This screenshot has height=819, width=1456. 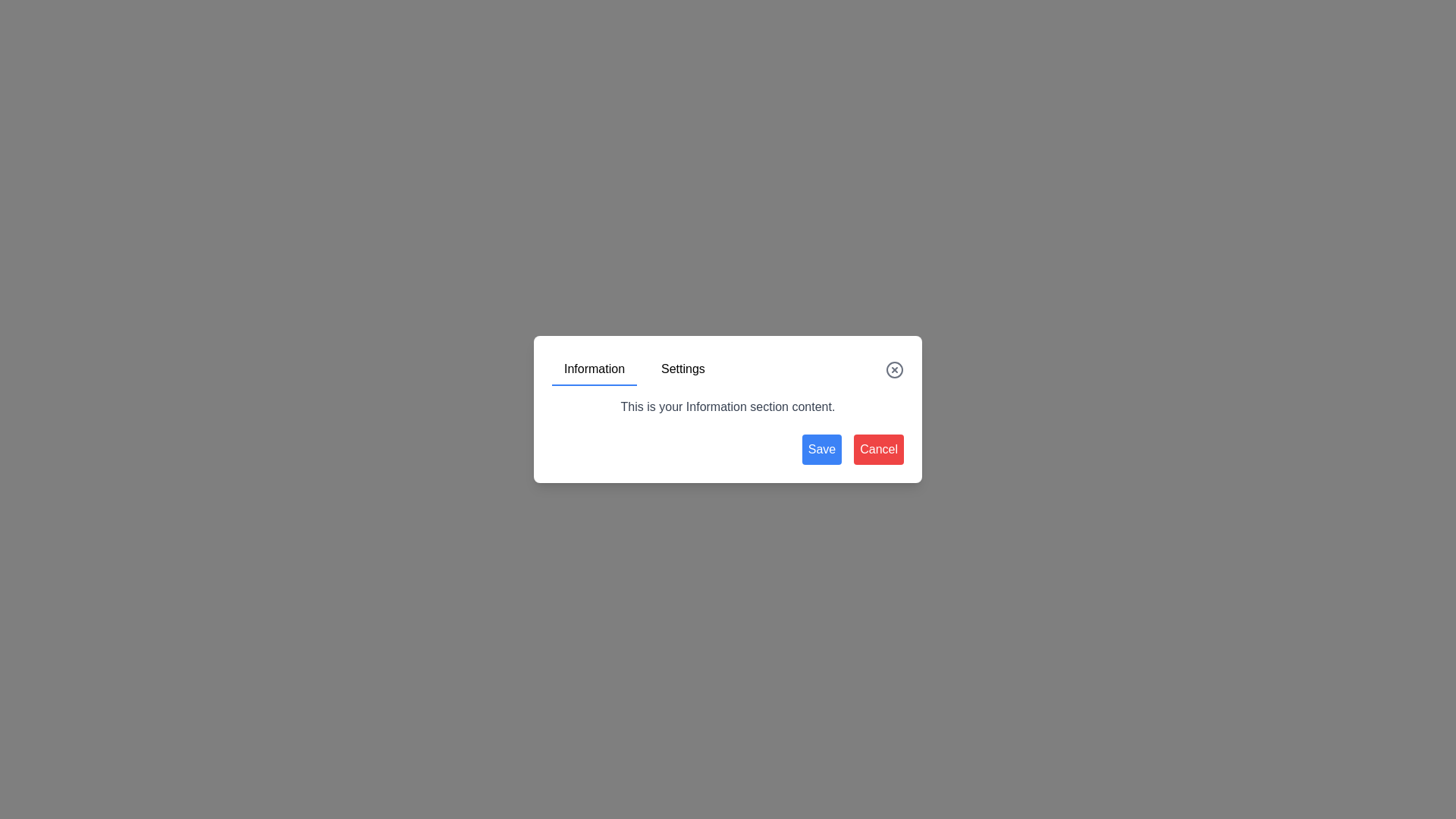 I want to click on the close button, which is a circular icon with a cross inside, located in the top-right corner of the modal dialog box, so click(x=895, y=370).